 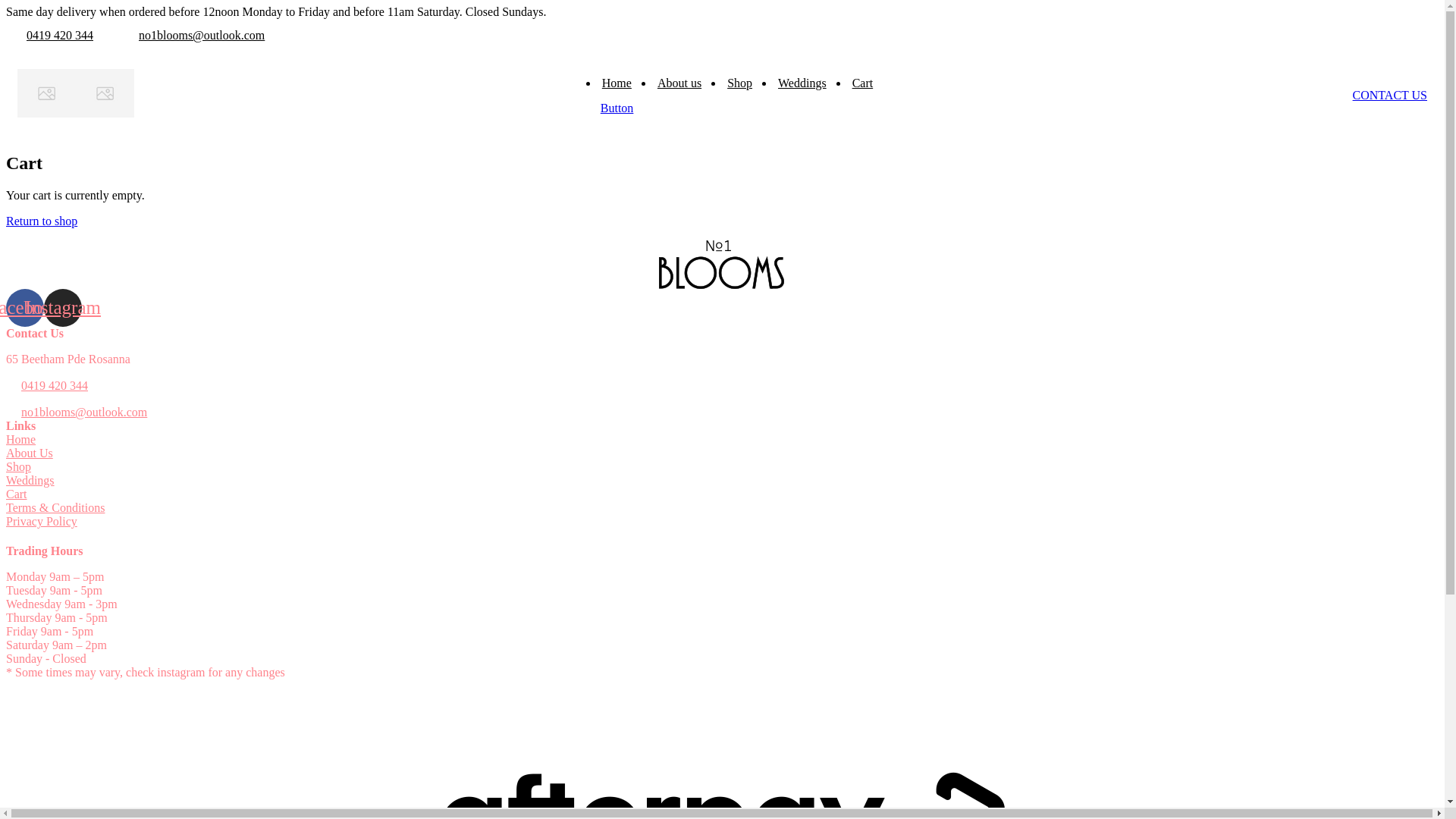 What do you see at coordinates (200, 34) in the screenshot?
I see `'no1blooms@outlook.com'` at bounding box center [200, 34].